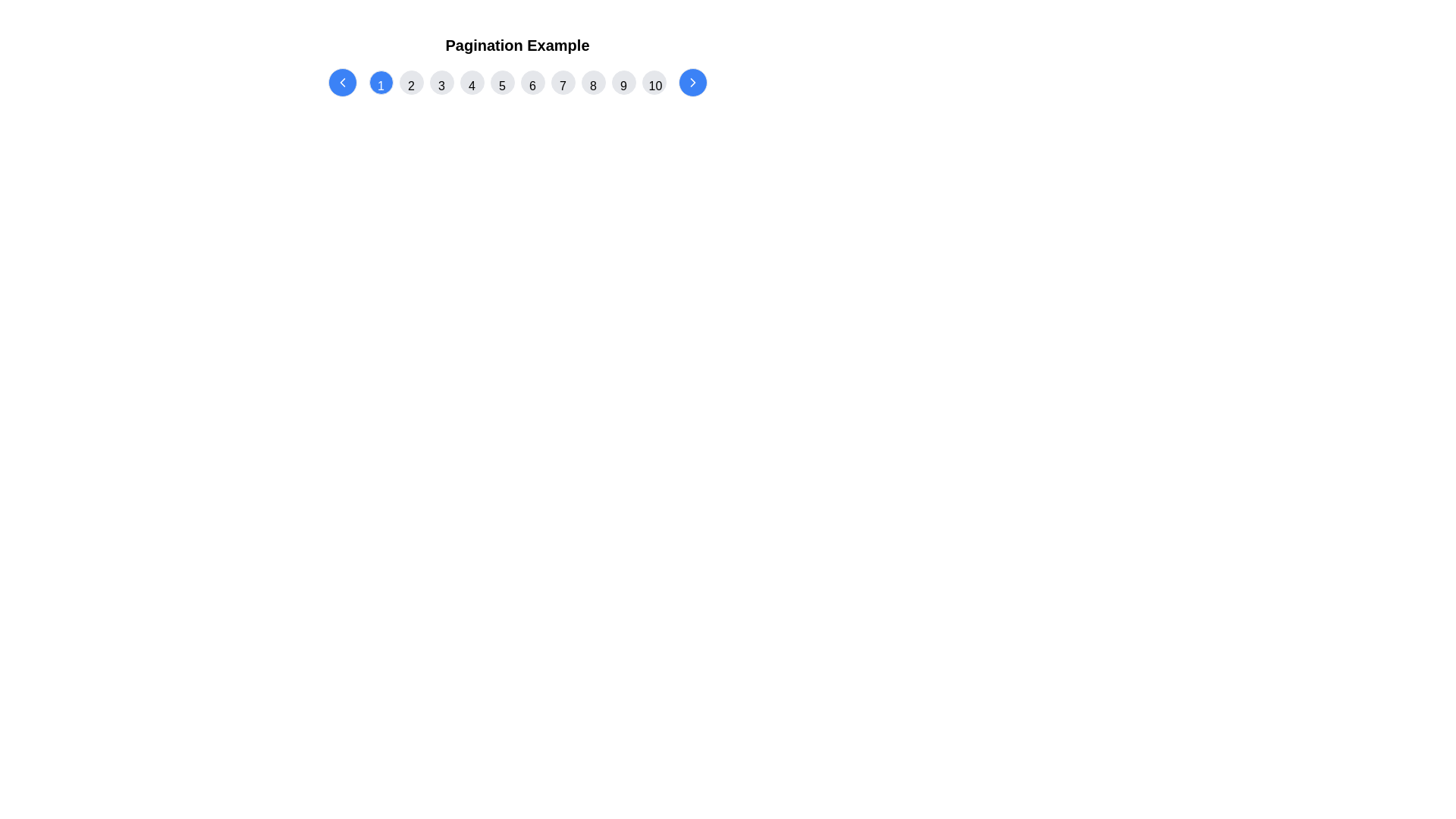 Image resolution: width=1456 pixels, height=819 pixels. I want to click on the chevron icon located within the circular button at the far-right end of the horizontal pagination bar to receive visual feedback, so click(692, 82).